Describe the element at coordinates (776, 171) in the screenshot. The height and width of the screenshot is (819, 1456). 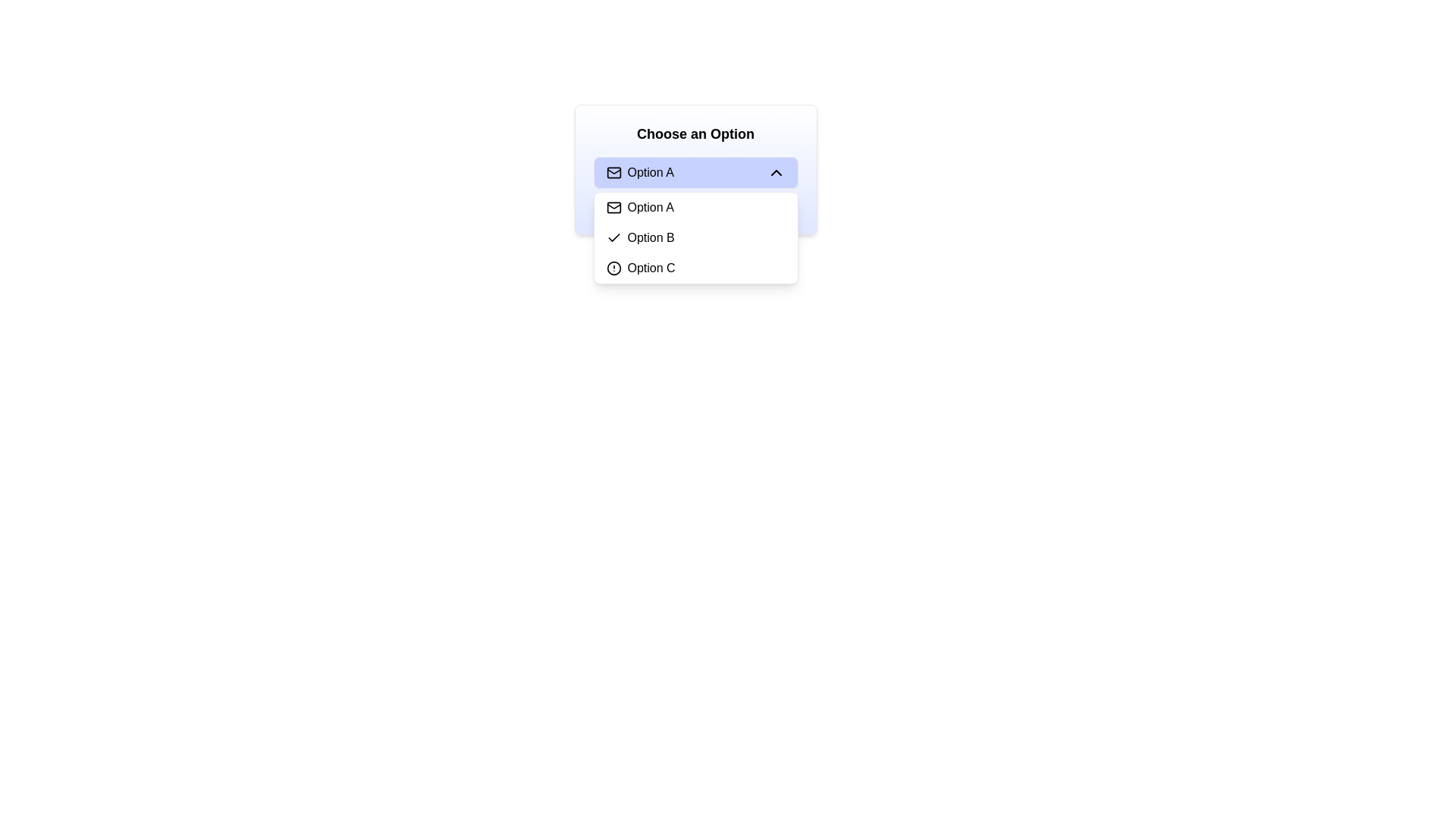
I see `the small upward-pointing chevron icon on the right edge of 'Option A'` at that location.